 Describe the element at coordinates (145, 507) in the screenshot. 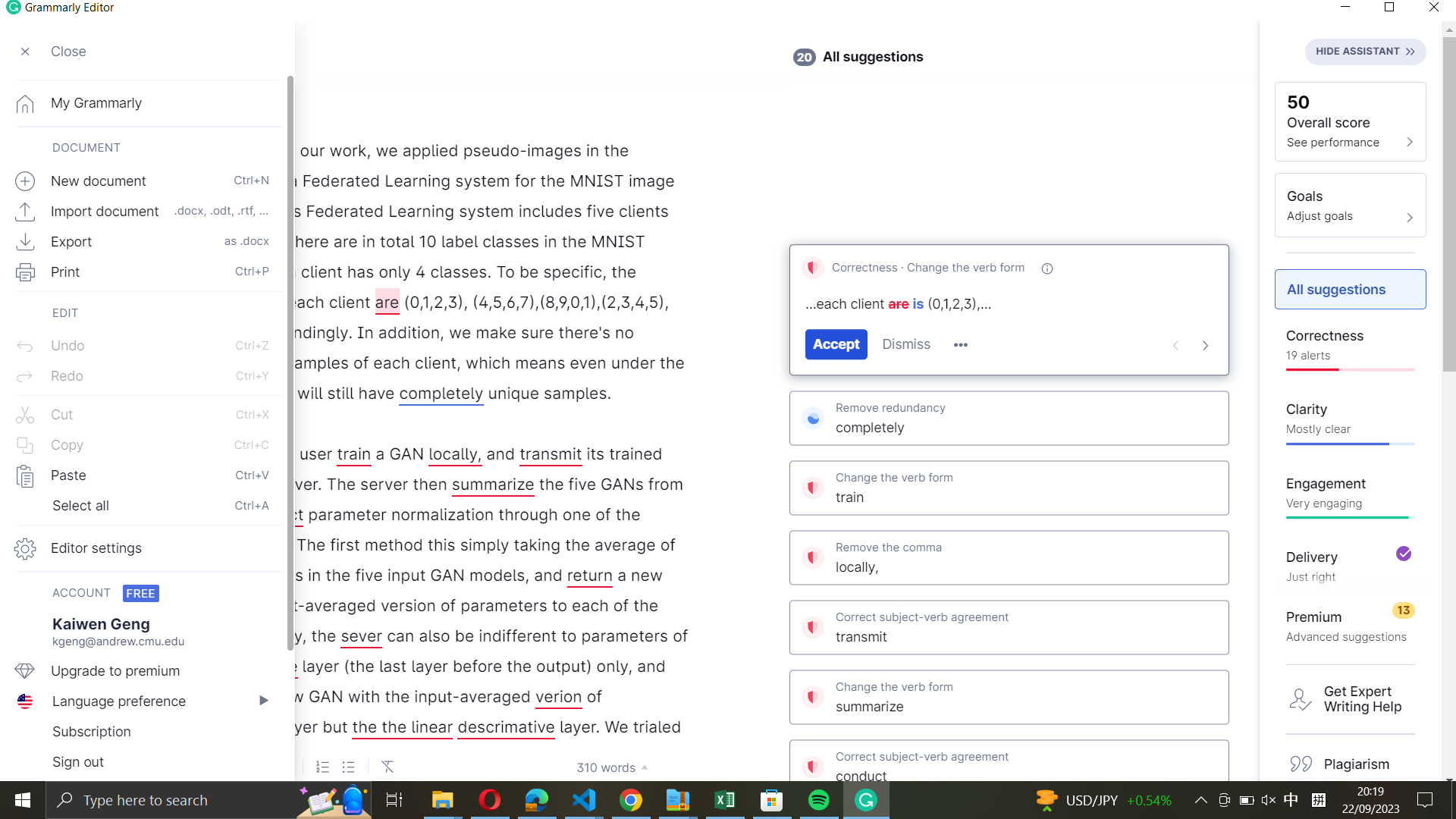

I see `all text` at that location.